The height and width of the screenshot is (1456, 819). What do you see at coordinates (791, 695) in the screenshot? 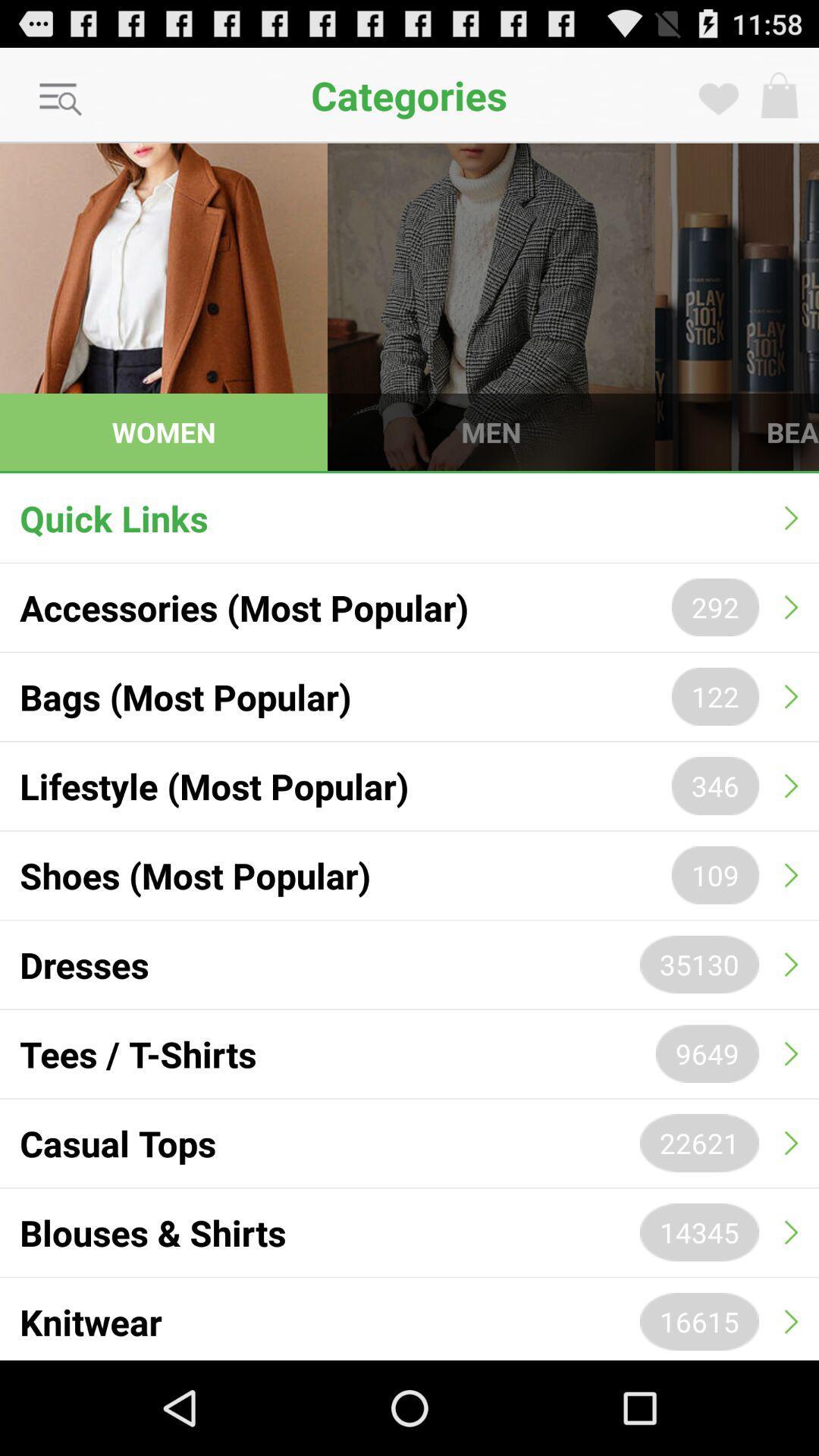
I see `button right to the number 122` at bounding box center [791, 695].